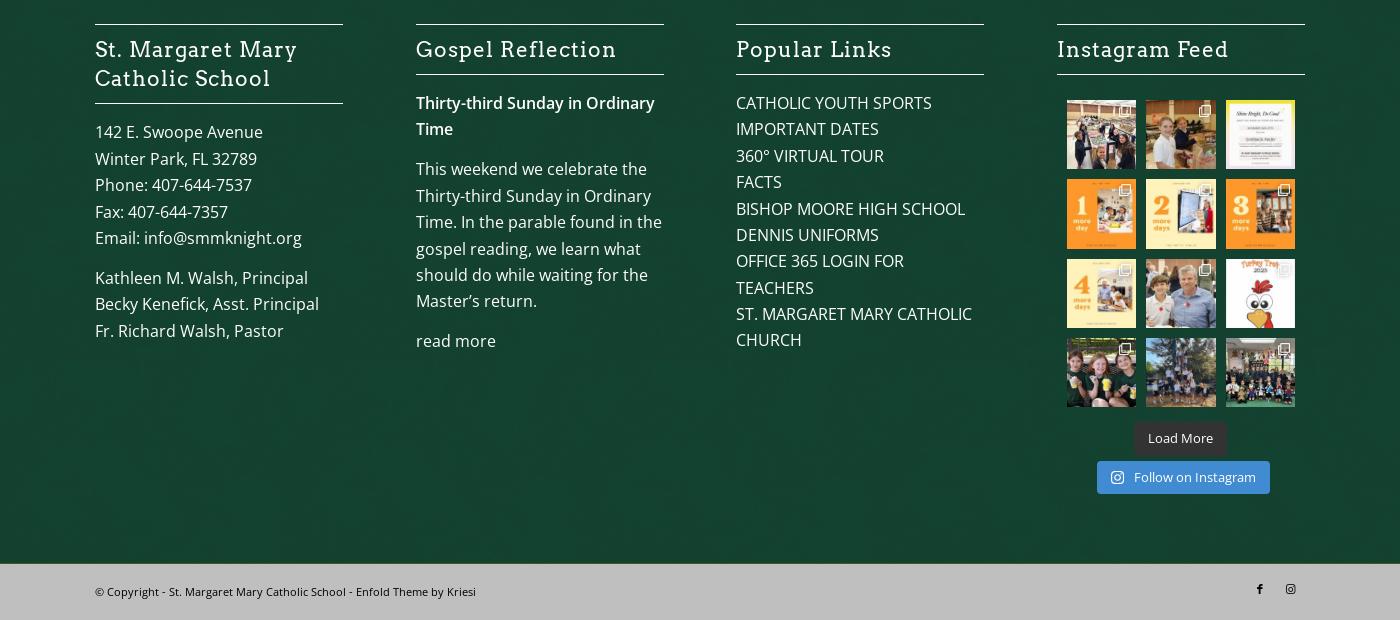 The height and width of the screenshot is (620, 1400). What do you see at coordinates (189, 329) in the screenshot?
I see `'Fr. Richard Walsh, Pastor'` at bounding box center [189, 329].